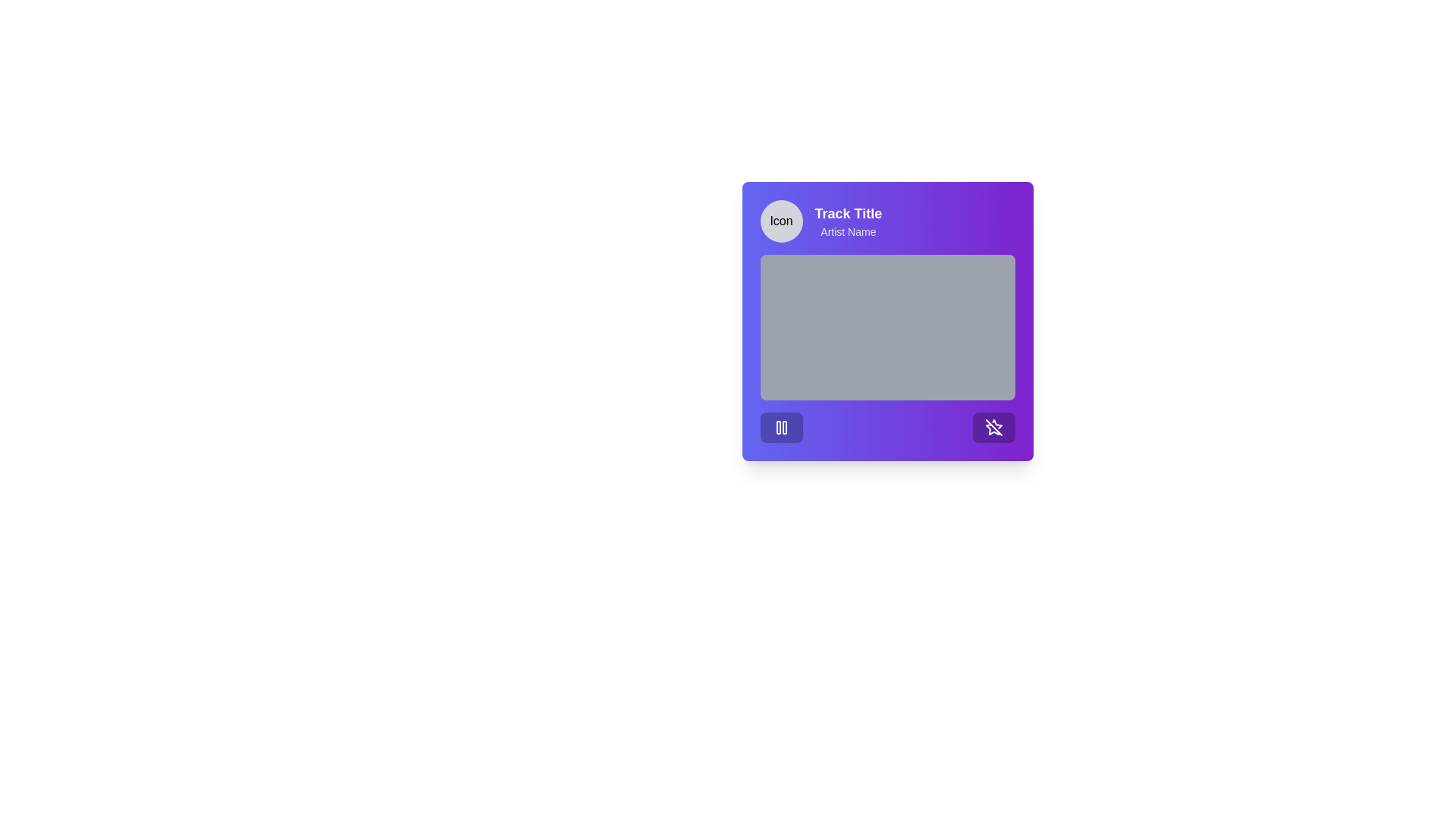 The width and height of the screenshot is (1456, 819). Describe the element at coordinates (781, 427) in the screenshot. I see `the pause icon button with a purple background located at the bottom-left corner of the card interface` at that location.